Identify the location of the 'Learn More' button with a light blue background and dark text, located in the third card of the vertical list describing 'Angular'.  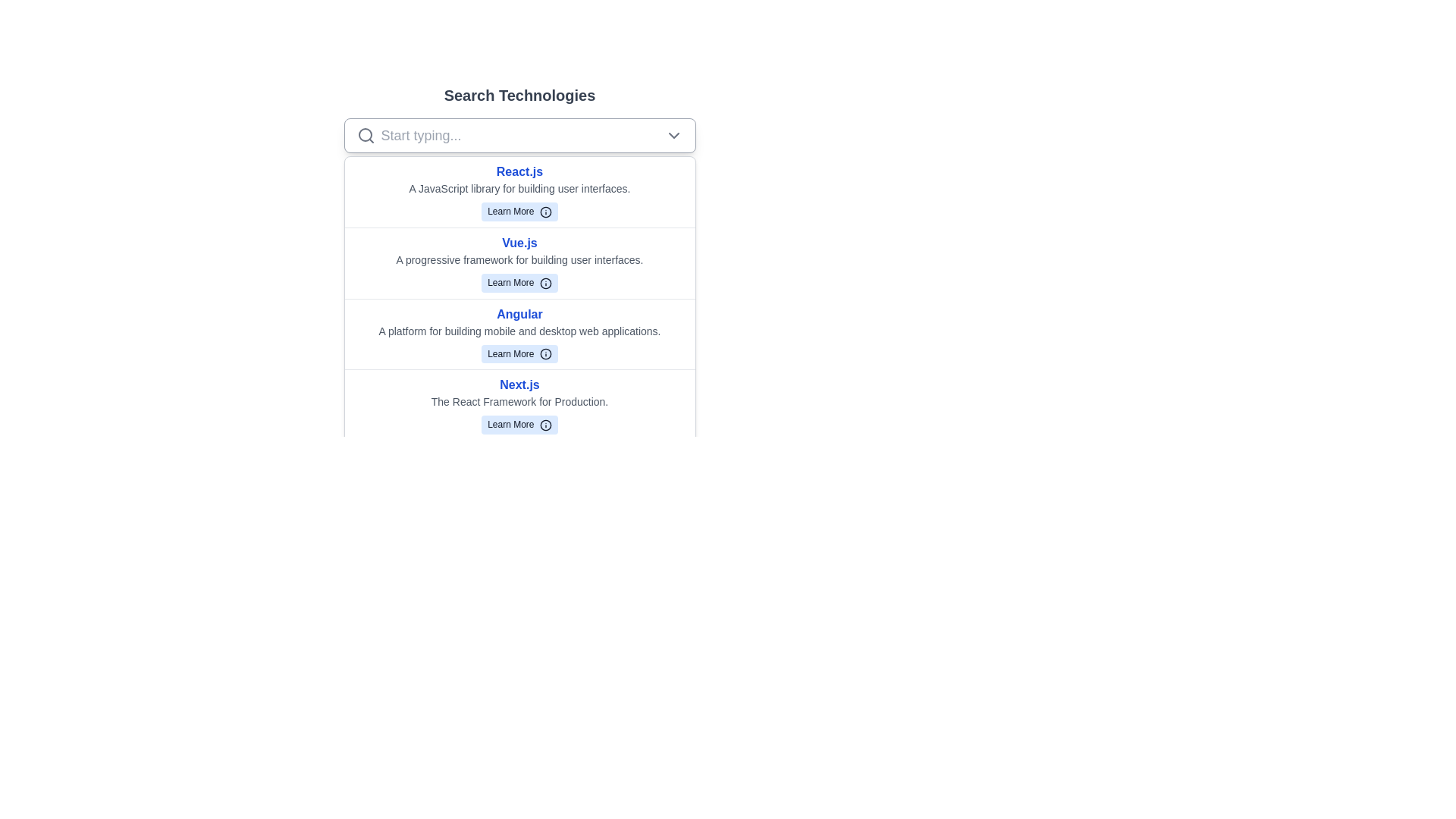
(519, 354).